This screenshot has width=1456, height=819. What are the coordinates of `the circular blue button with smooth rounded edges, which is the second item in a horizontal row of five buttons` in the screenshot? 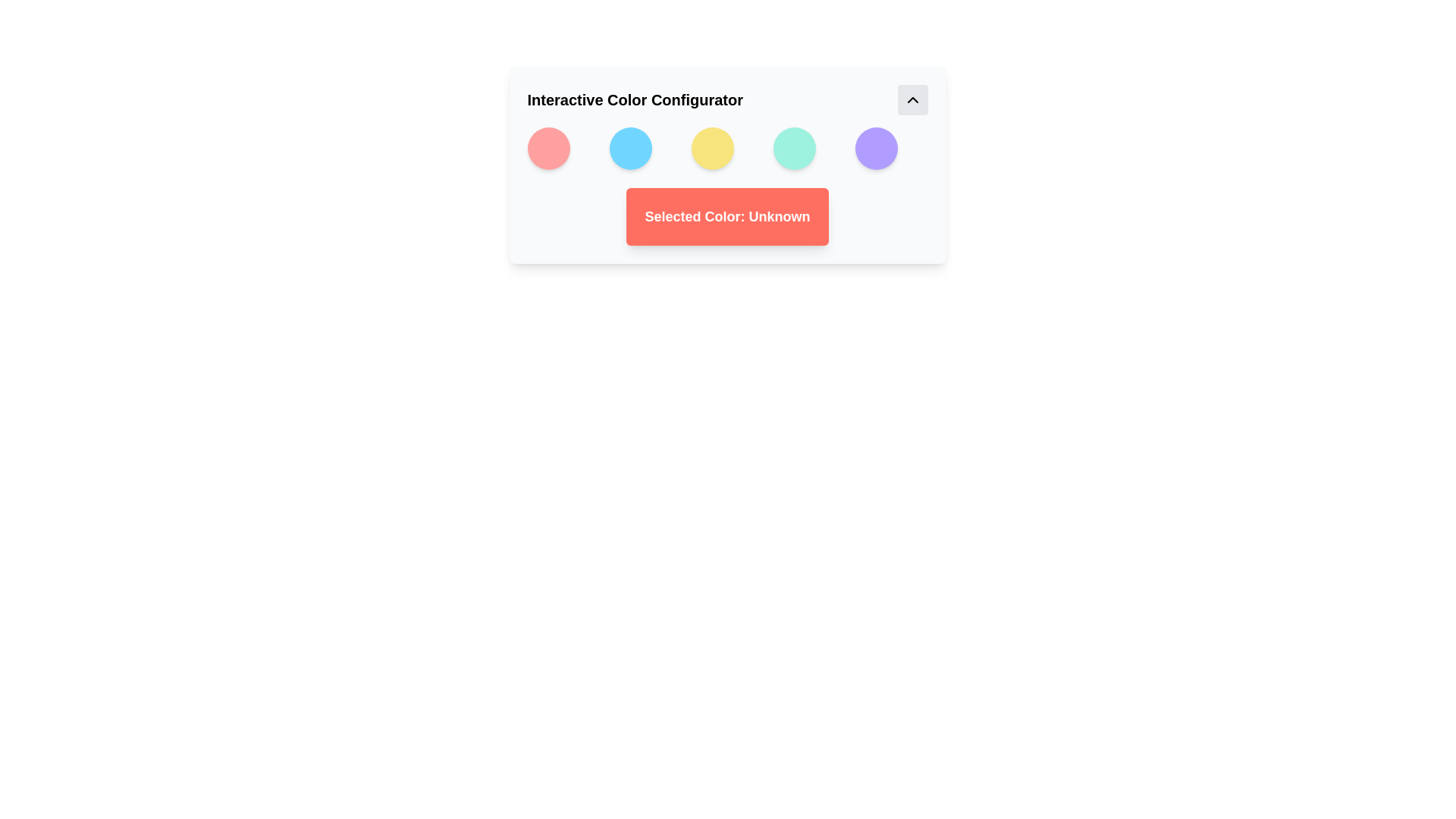 It's located at (630, 149).